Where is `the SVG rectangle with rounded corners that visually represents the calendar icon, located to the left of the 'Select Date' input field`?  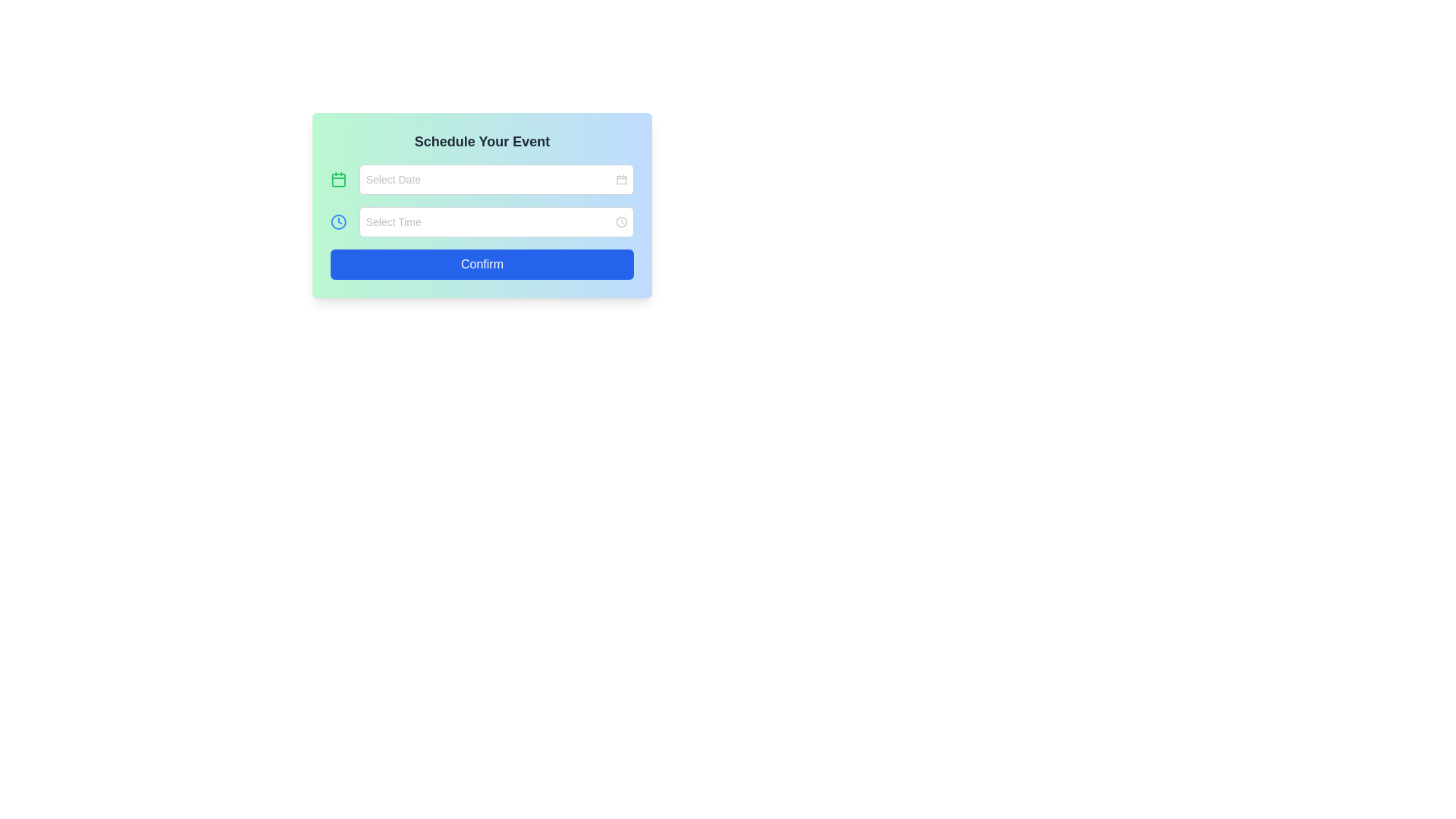 the SVG rectangle with rounded corners that visually represents the calendar icon, located to the left of the 'Select Date' input field is located at coordinates (337, 179).